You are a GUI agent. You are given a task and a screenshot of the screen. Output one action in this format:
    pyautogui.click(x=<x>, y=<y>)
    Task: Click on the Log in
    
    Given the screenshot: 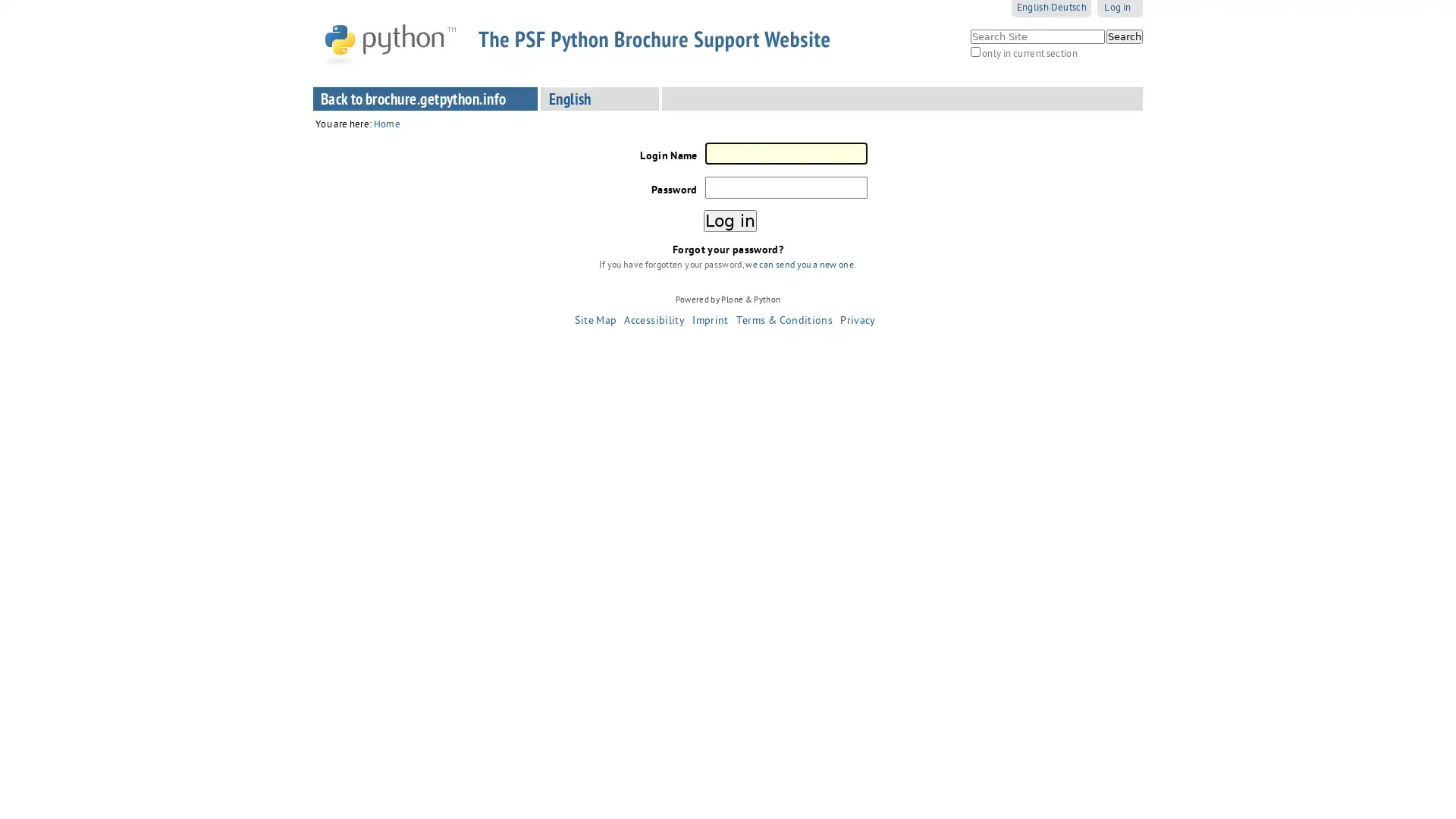 What is the action you would take?
    pyautogui.click(x=729, y=221)
    